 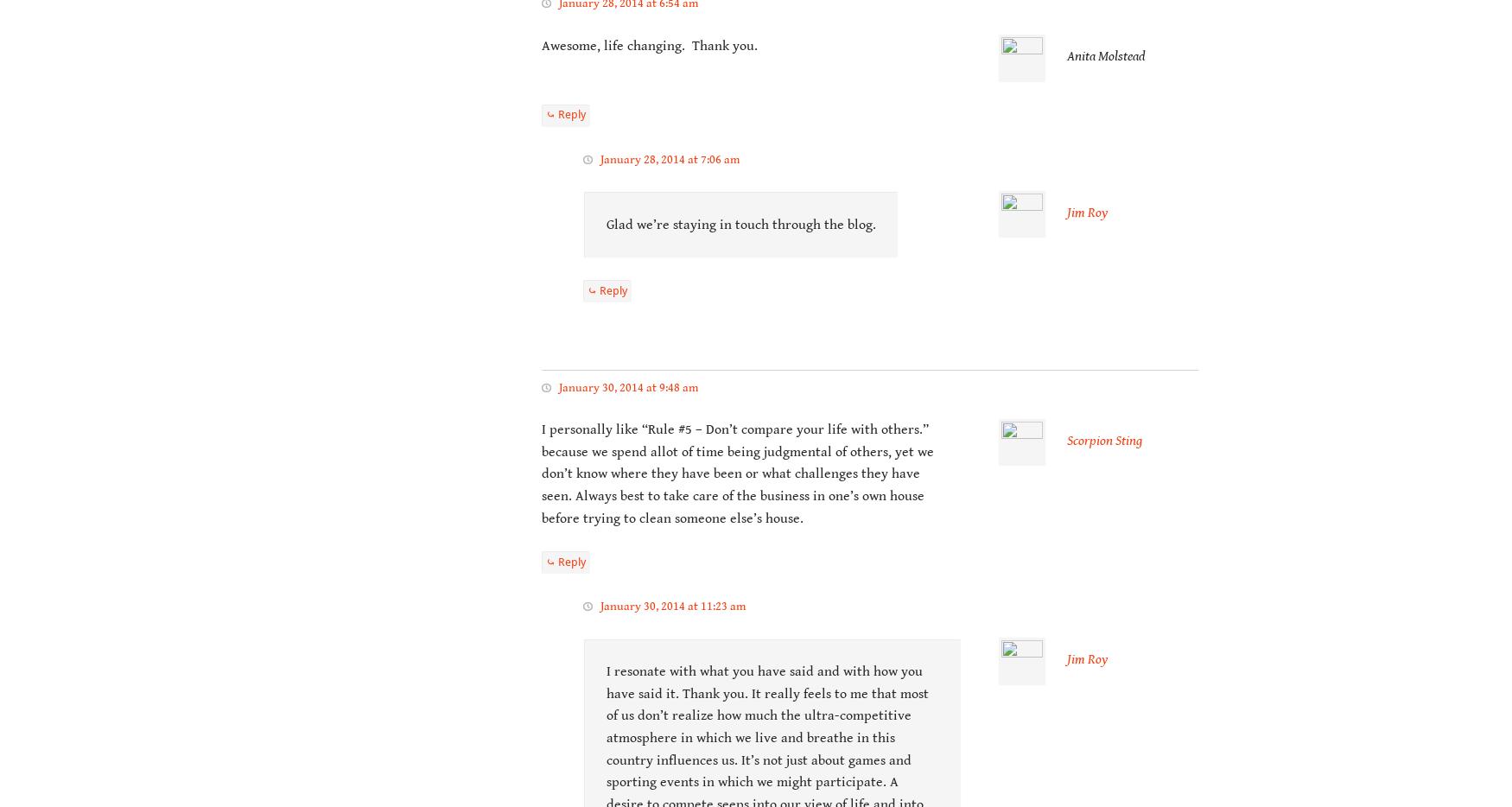 I want to click on 'January 30, 2014 at 9:48 am', so click(x=627, y=387).